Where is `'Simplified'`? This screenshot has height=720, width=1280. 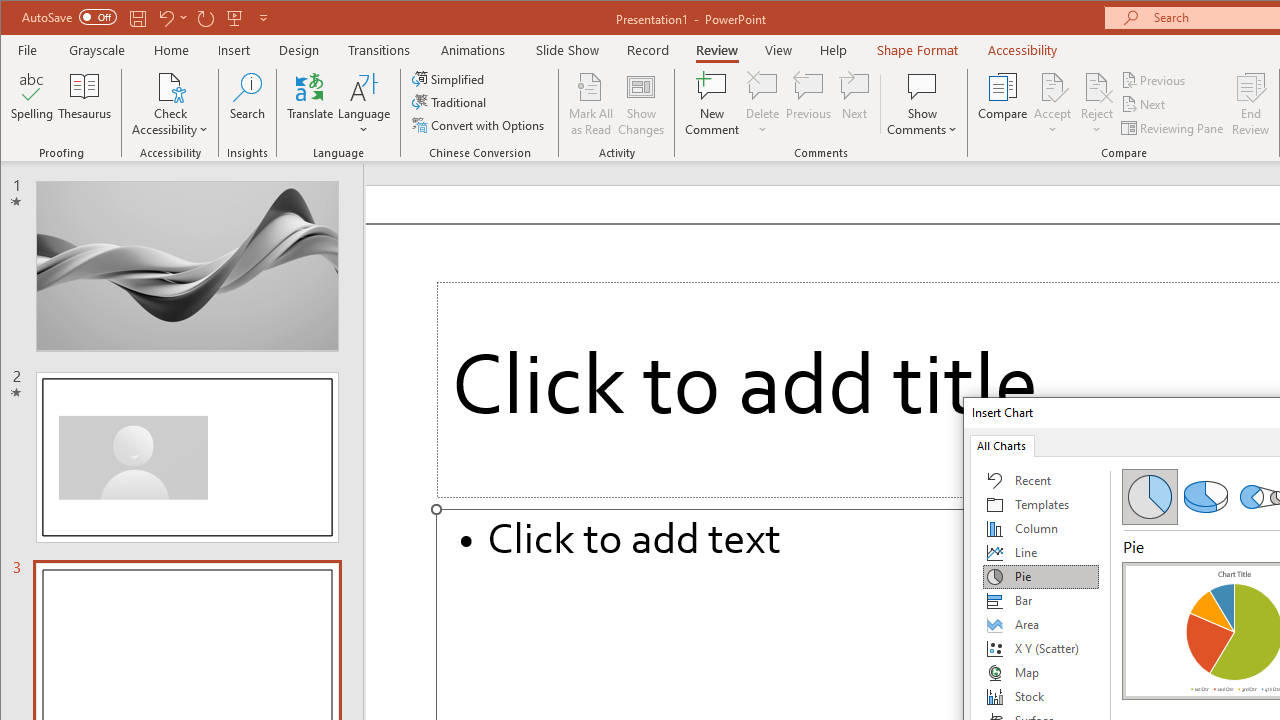
'Simplified' is located at coordinates (449, 78).